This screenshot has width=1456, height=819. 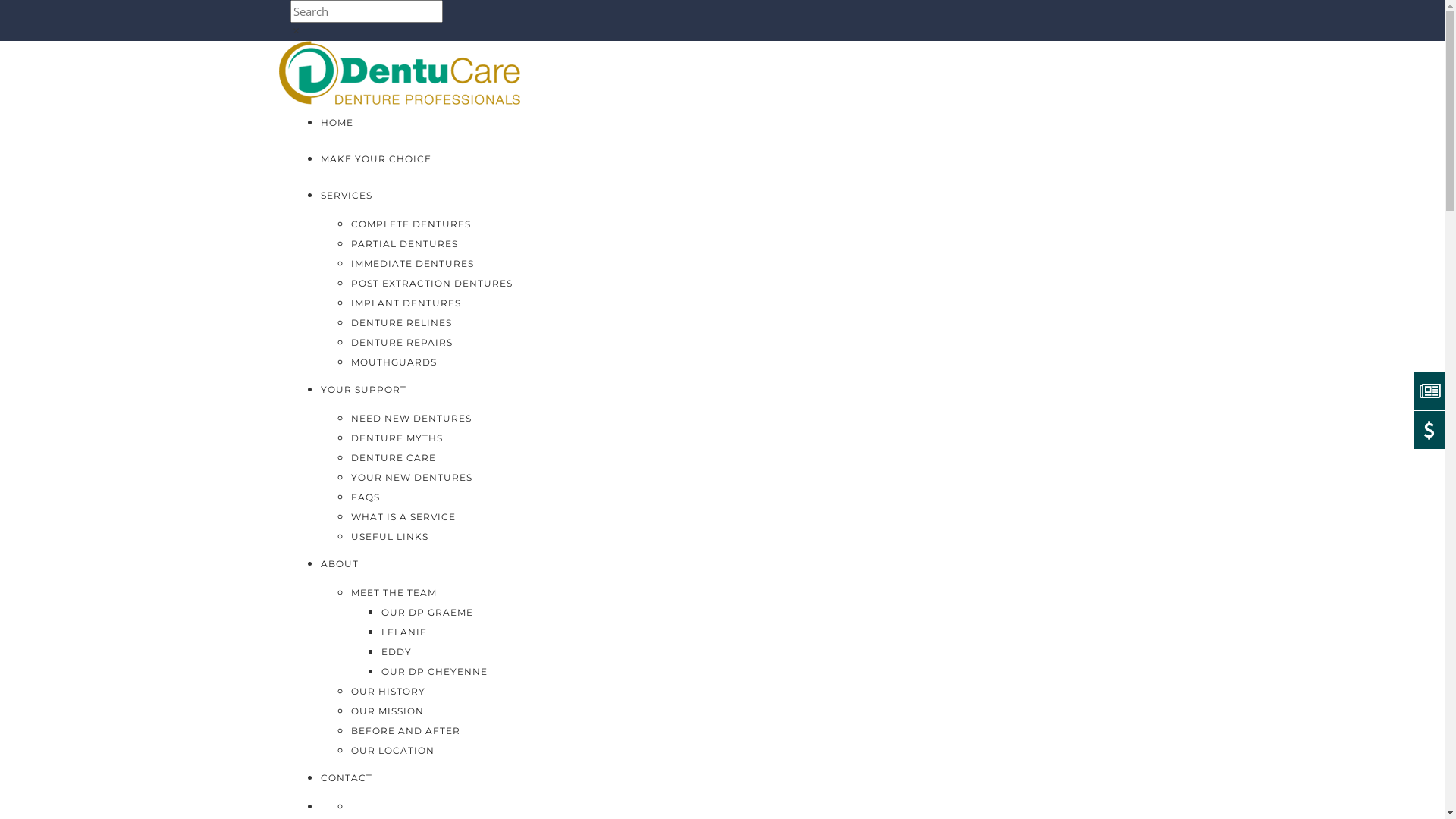 What do you see at coordinates (411, 262) in the screenshot?
I see `'IMMEDIATE DENTURES'` at bounding box center [411, 262].